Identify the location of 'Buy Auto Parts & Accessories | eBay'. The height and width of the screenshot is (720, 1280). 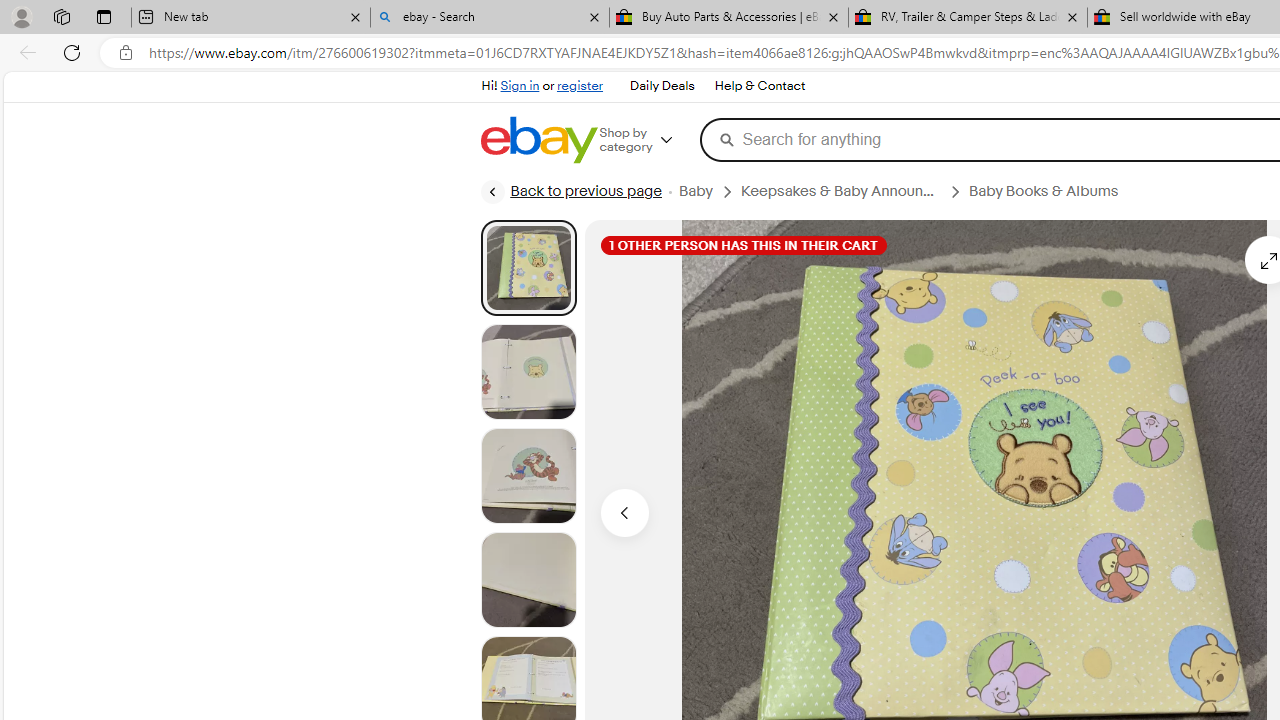
(728, 17).